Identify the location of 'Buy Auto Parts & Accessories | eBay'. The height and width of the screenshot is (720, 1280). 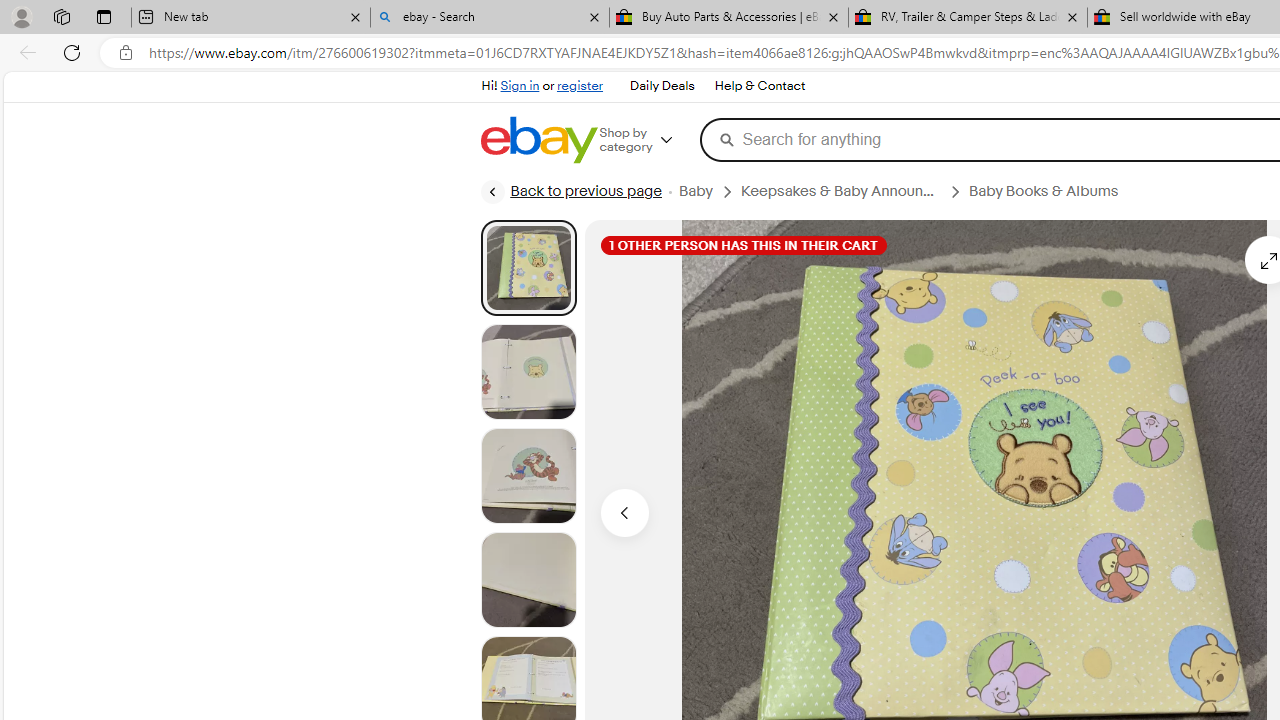
(728, 17).